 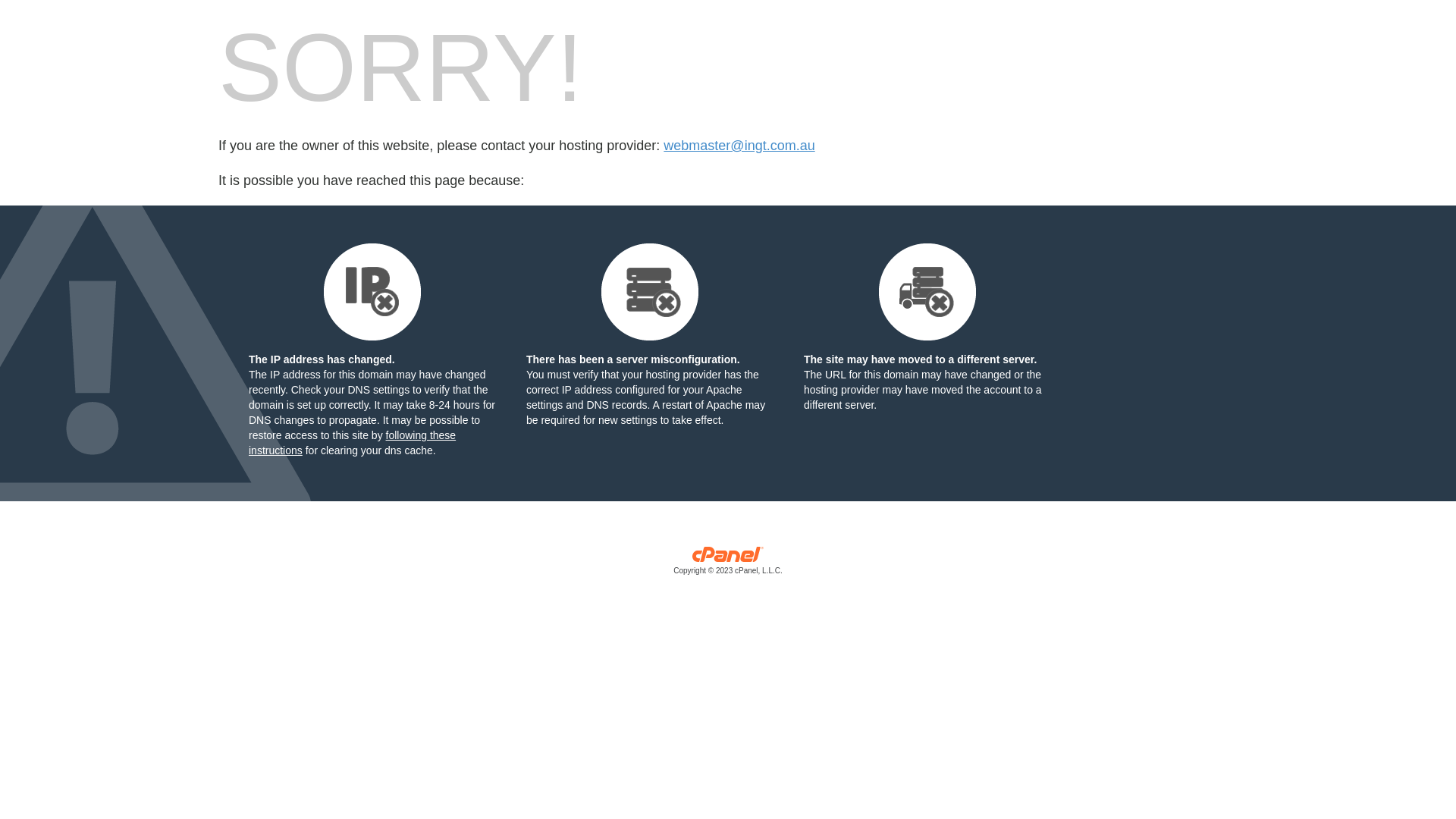 What do you see at coordinates (351, 442) in the screenshot?
I see `'following these instructions'` at bounding box center [351, 442].